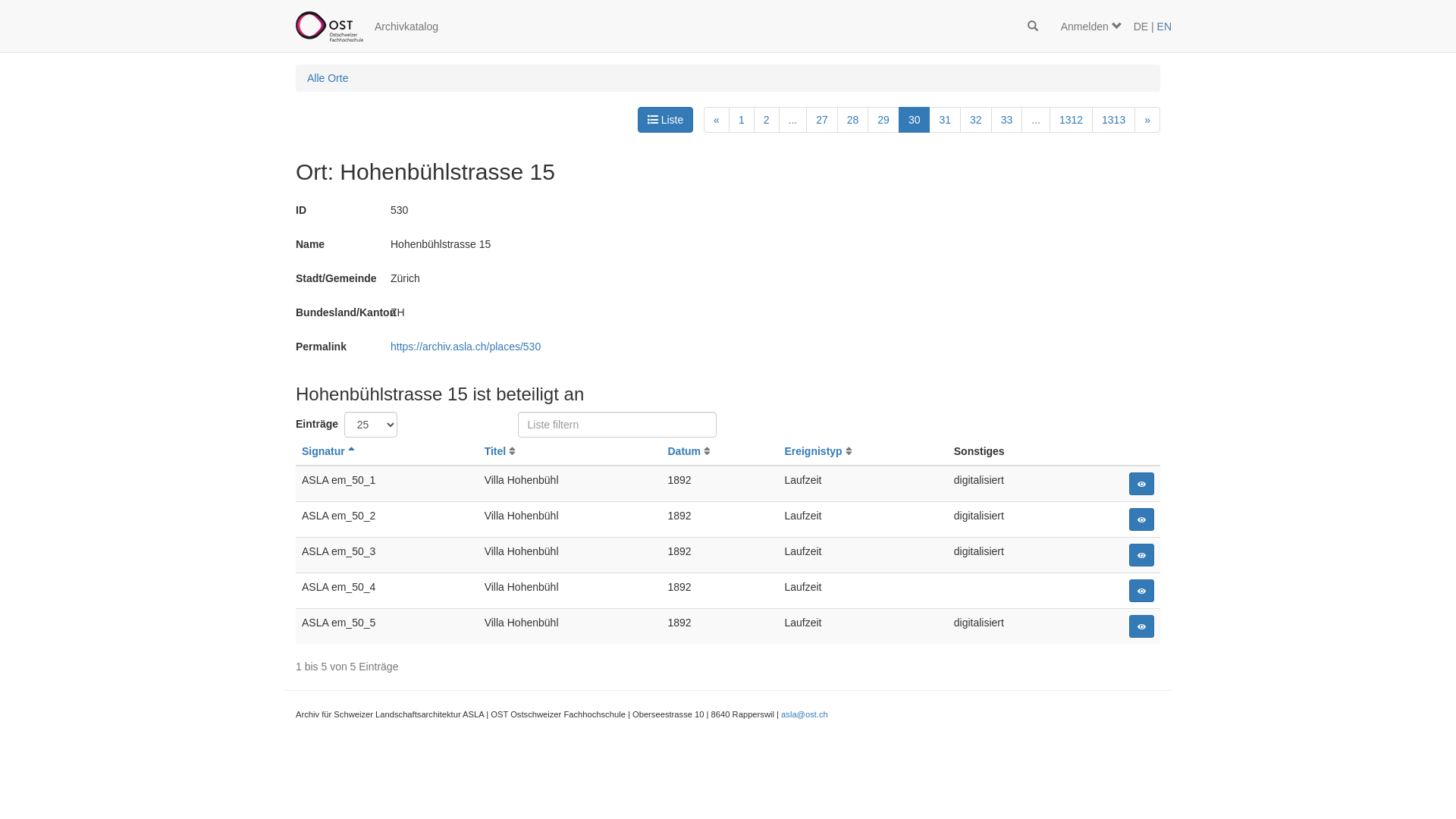  I want to click on '1', so click(742, 119).